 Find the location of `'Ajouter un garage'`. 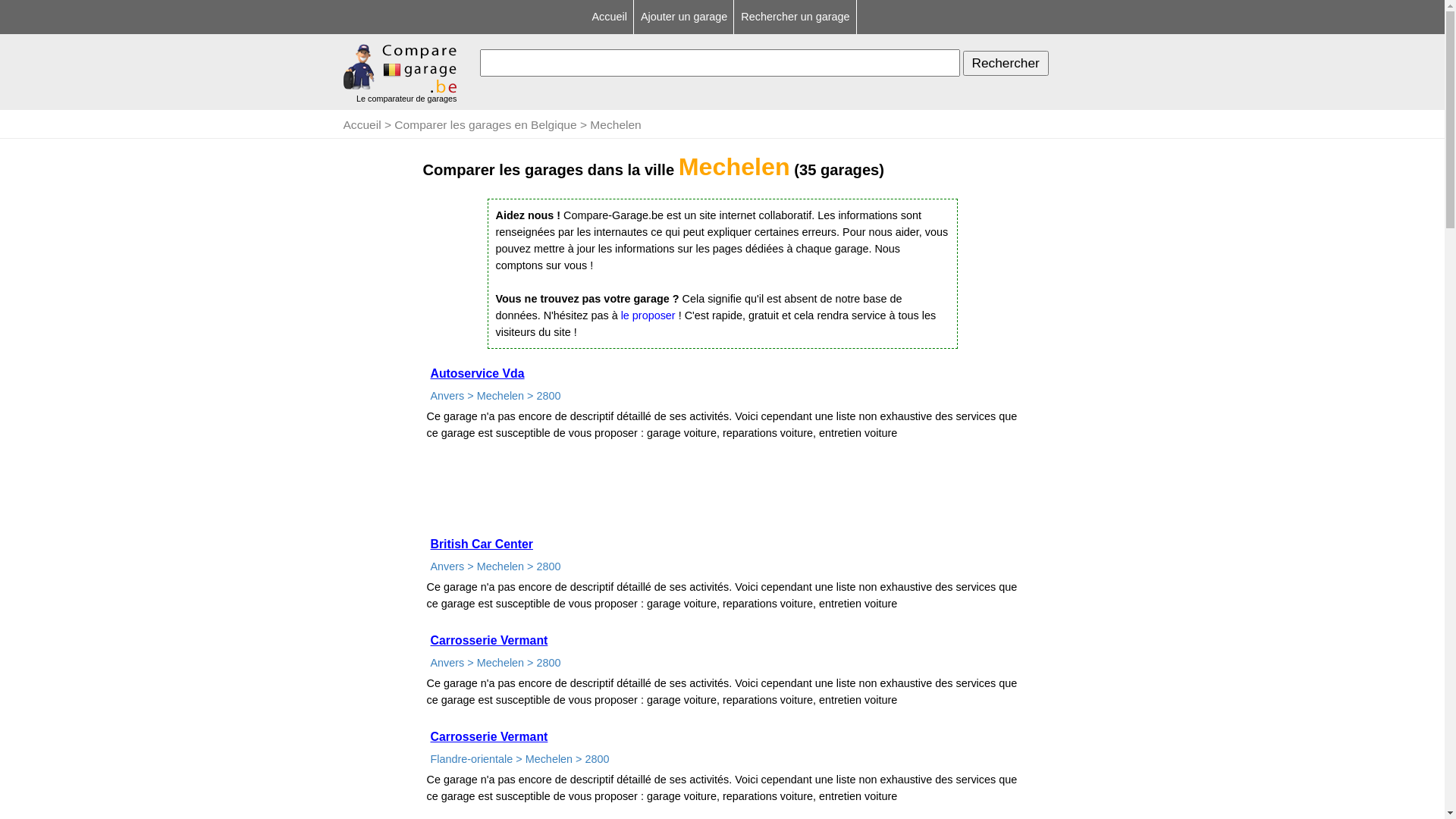

'Ajouter un garage' is located at coordinates (684, 17).